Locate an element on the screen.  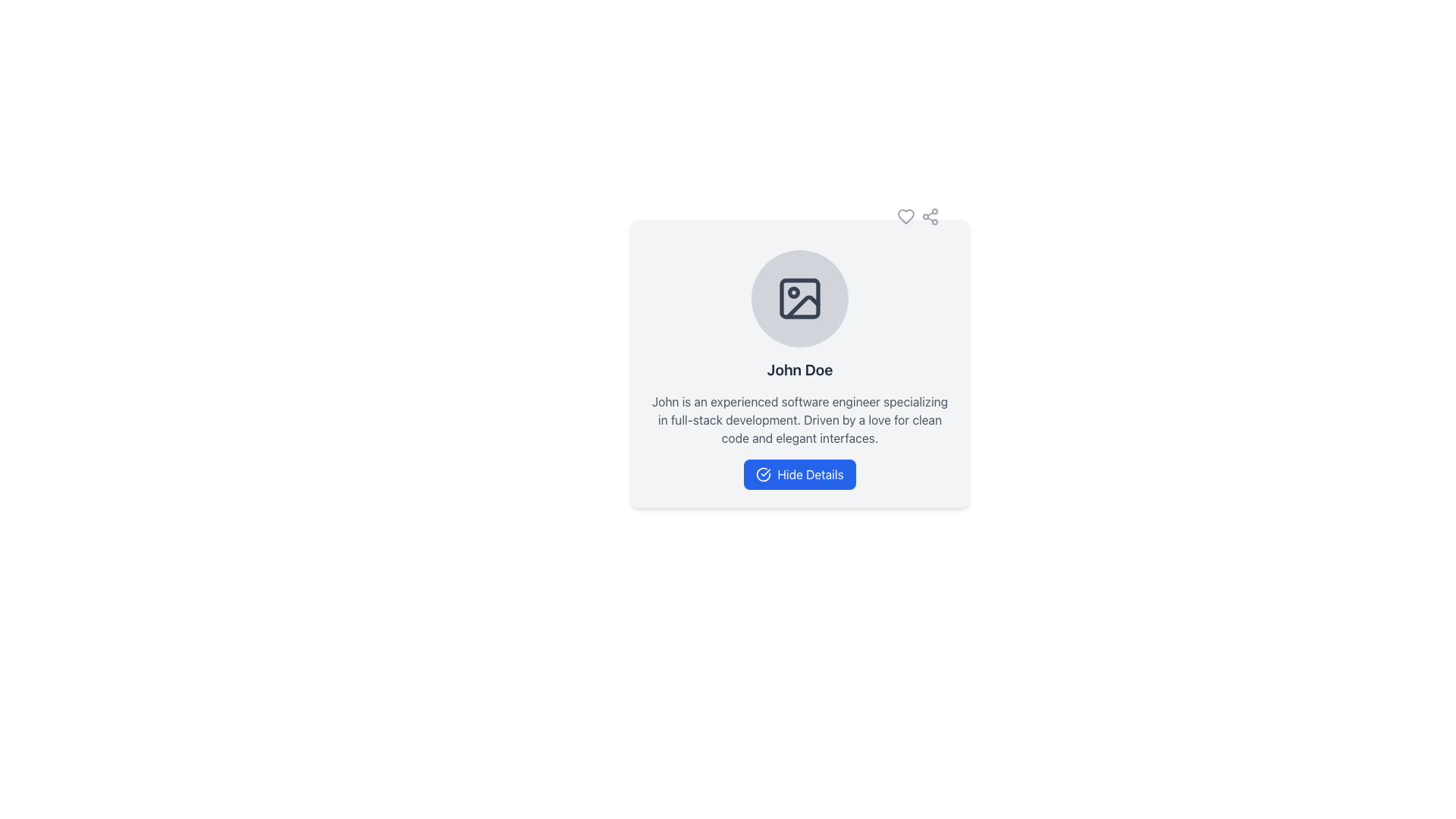
the heart-shaped icon with a hollow interior, located above the user profile card in the top-right quadrant, adjacent to a share icon is located at coordinates (906, 216).